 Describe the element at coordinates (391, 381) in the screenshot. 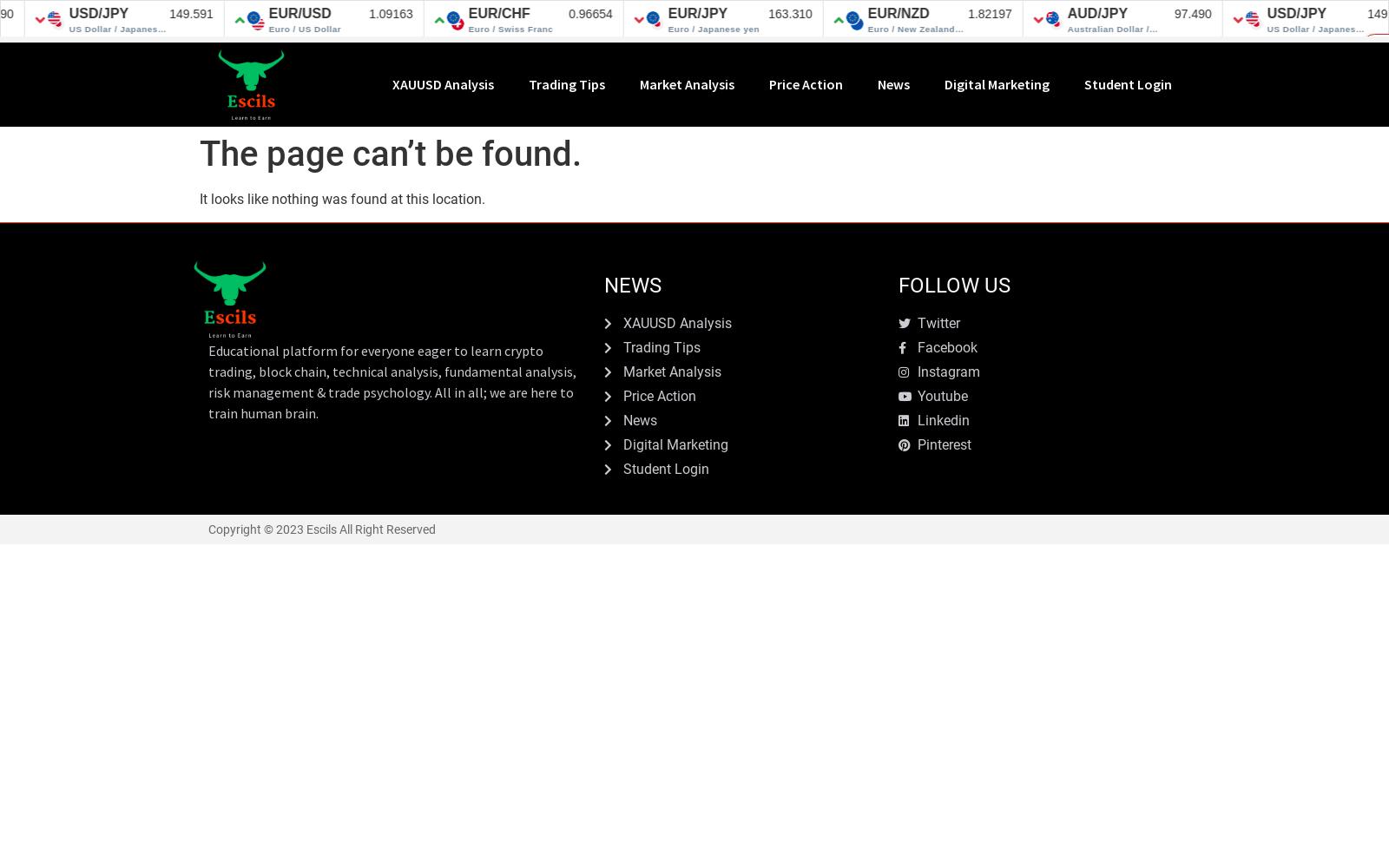

I see `'Educational platform for everyone eager to learn crypto trading, block chain, technical analysis, fundamental analysis, risk management & trade psychology. All in all; we are here to train human brain.'` at that location.